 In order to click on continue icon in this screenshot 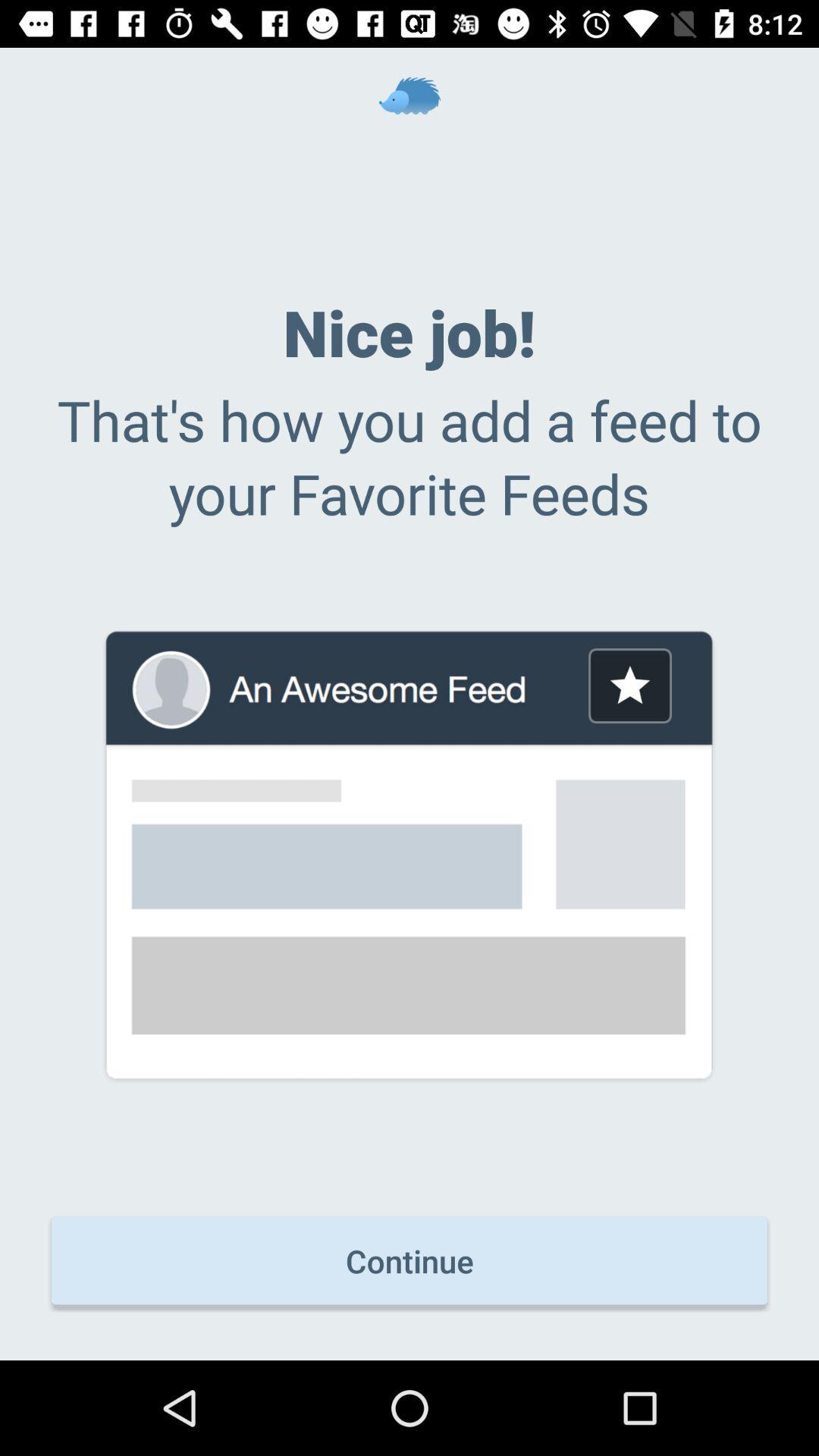, I will do `click(409, 1260)`.